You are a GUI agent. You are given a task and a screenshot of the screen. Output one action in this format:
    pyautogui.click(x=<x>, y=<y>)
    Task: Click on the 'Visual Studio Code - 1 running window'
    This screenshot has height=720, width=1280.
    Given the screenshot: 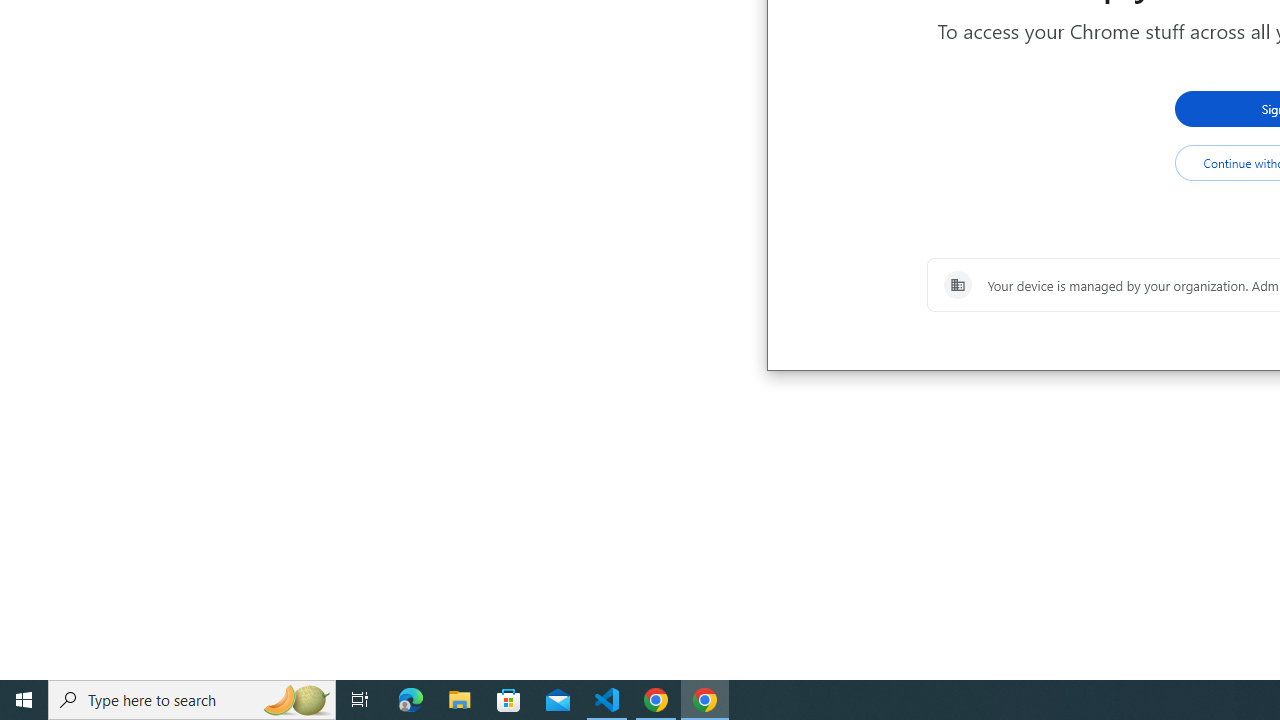 What is the action you would take?
    pyautogui.click(x=606, y=698)
    